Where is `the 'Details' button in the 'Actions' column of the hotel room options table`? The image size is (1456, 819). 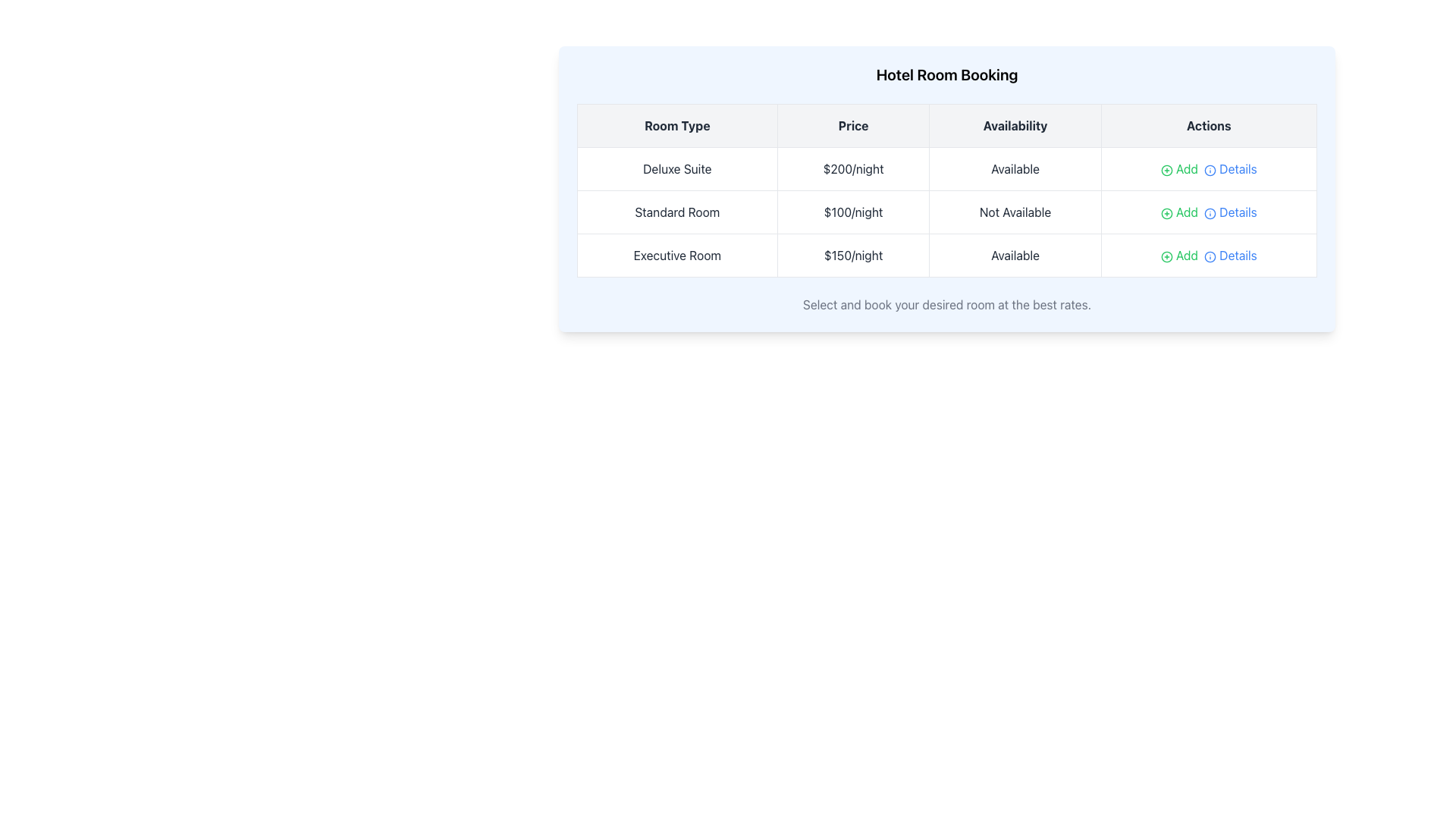
the 'Details' button in the 'Actions' column of the hotel room options table is located at coordinates (1230, 169).